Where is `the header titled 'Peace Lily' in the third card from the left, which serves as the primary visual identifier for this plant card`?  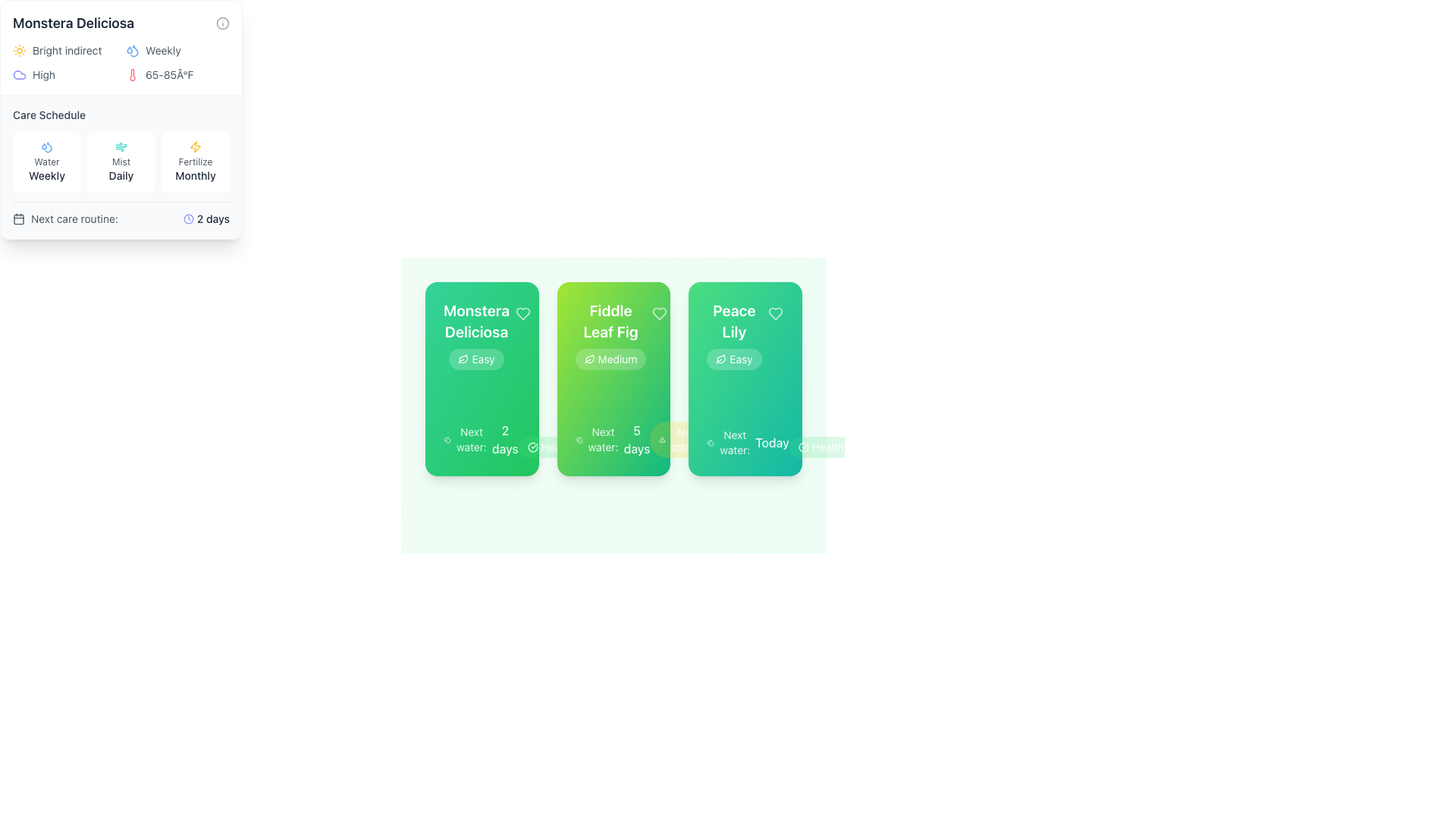 the header titled 'Peace Lily' in the third card from the left, which serves as the primary visual identifier for this plant card is located at coordinates (734, 334).